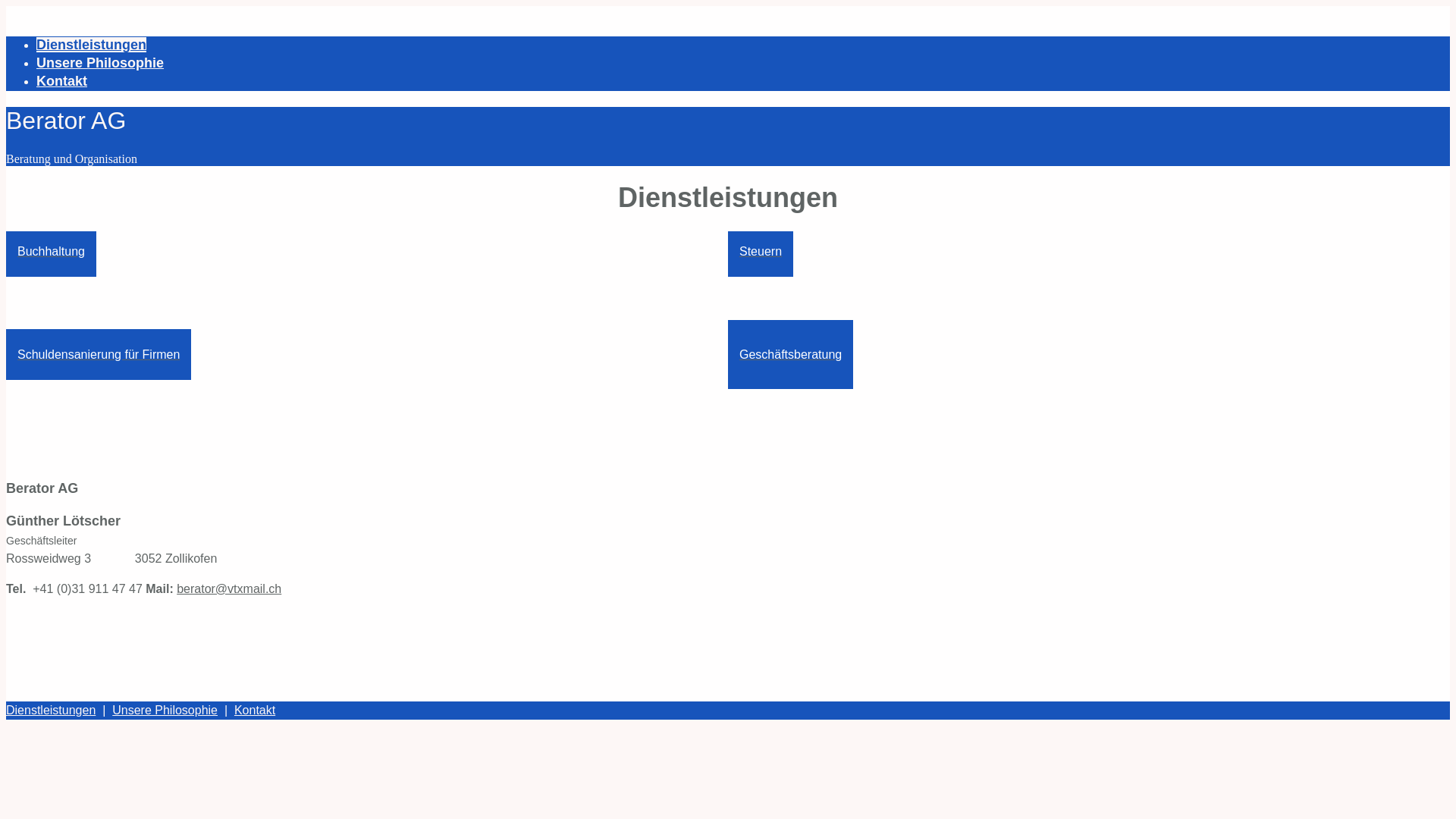 Image resolution: width=1456 pixels, height=819 pixels. Describe the element at coordinates (99, 62) in the screenshot. I see `'Unsere Philosophie'` at that location.